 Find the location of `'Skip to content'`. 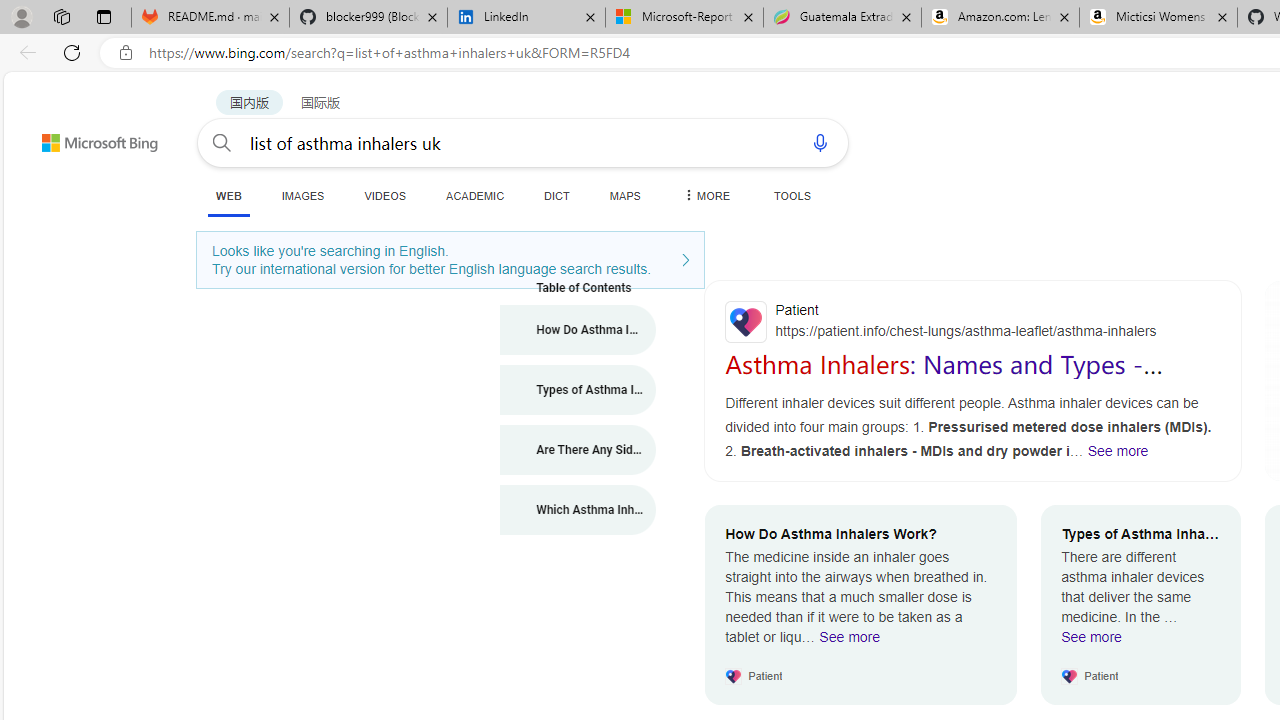

'Skip to content' is located at coordinates (64, 133).